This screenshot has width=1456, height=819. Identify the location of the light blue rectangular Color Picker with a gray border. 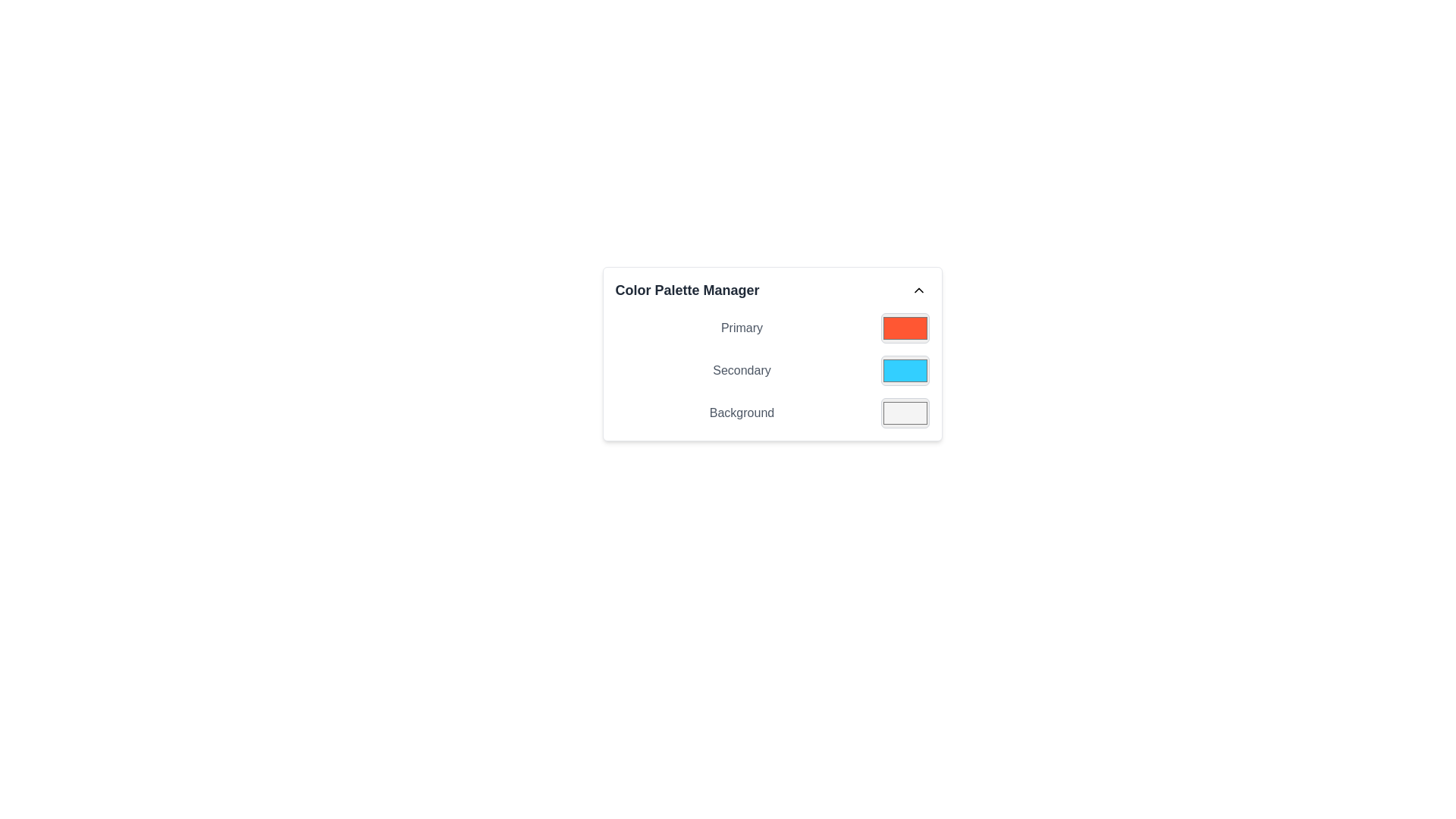
(905, 371).